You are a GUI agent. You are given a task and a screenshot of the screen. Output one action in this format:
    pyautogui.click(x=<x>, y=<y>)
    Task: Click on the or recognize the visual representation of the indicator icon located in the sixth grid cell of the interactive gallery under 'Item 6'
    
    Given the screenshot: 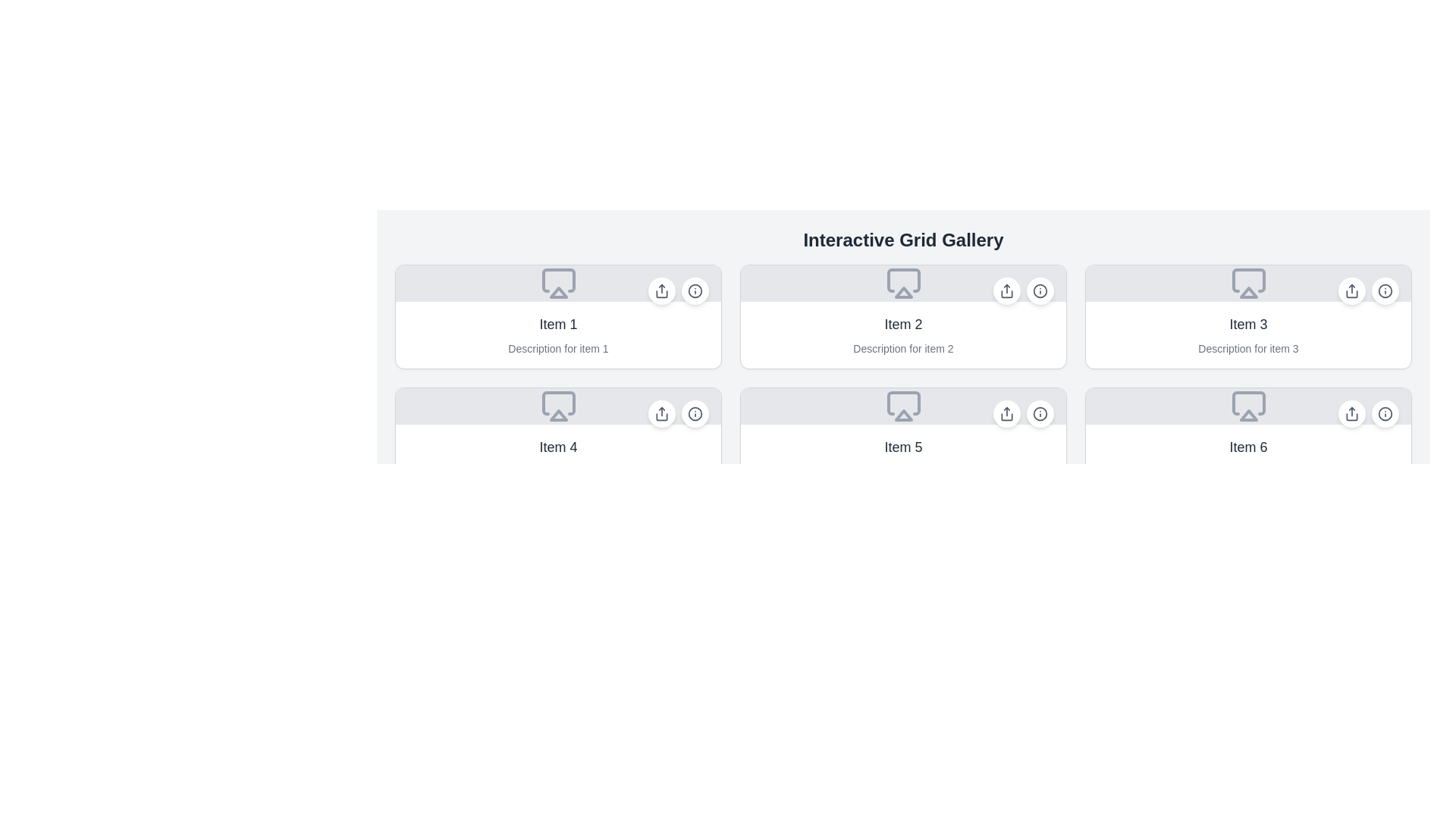 What is the action you would take?
    pyautogui.click(x=1248, y=406)
    